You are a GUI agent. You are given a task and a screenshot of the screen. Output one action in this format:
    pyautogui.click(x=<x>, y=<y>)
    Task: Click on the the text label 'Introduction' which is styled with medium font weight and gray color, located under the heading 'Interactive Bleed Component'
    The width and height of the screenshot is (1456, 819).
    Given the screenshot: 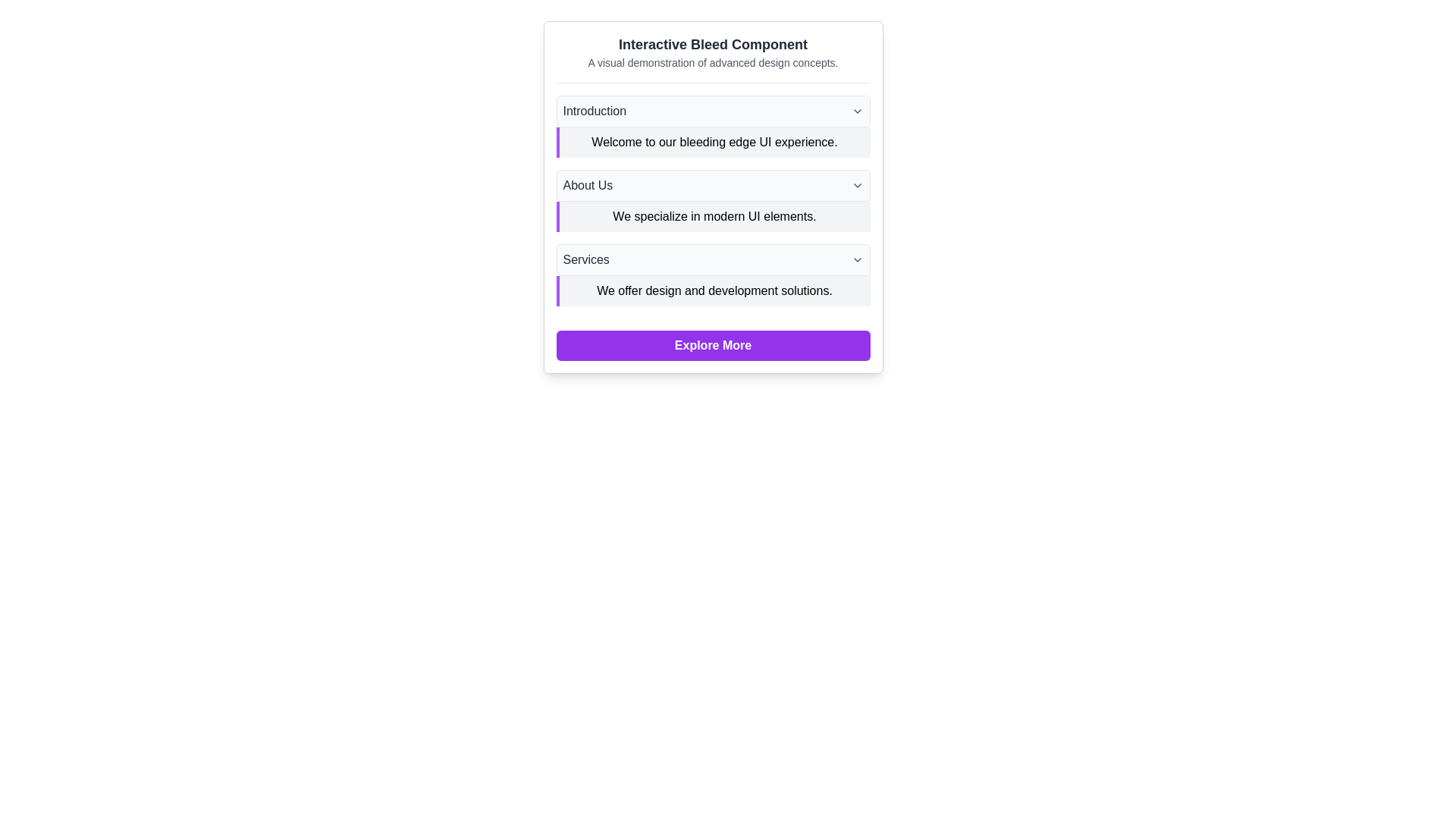 What is the action you would take?
    pyautogui.click(x=594, y=110)
    